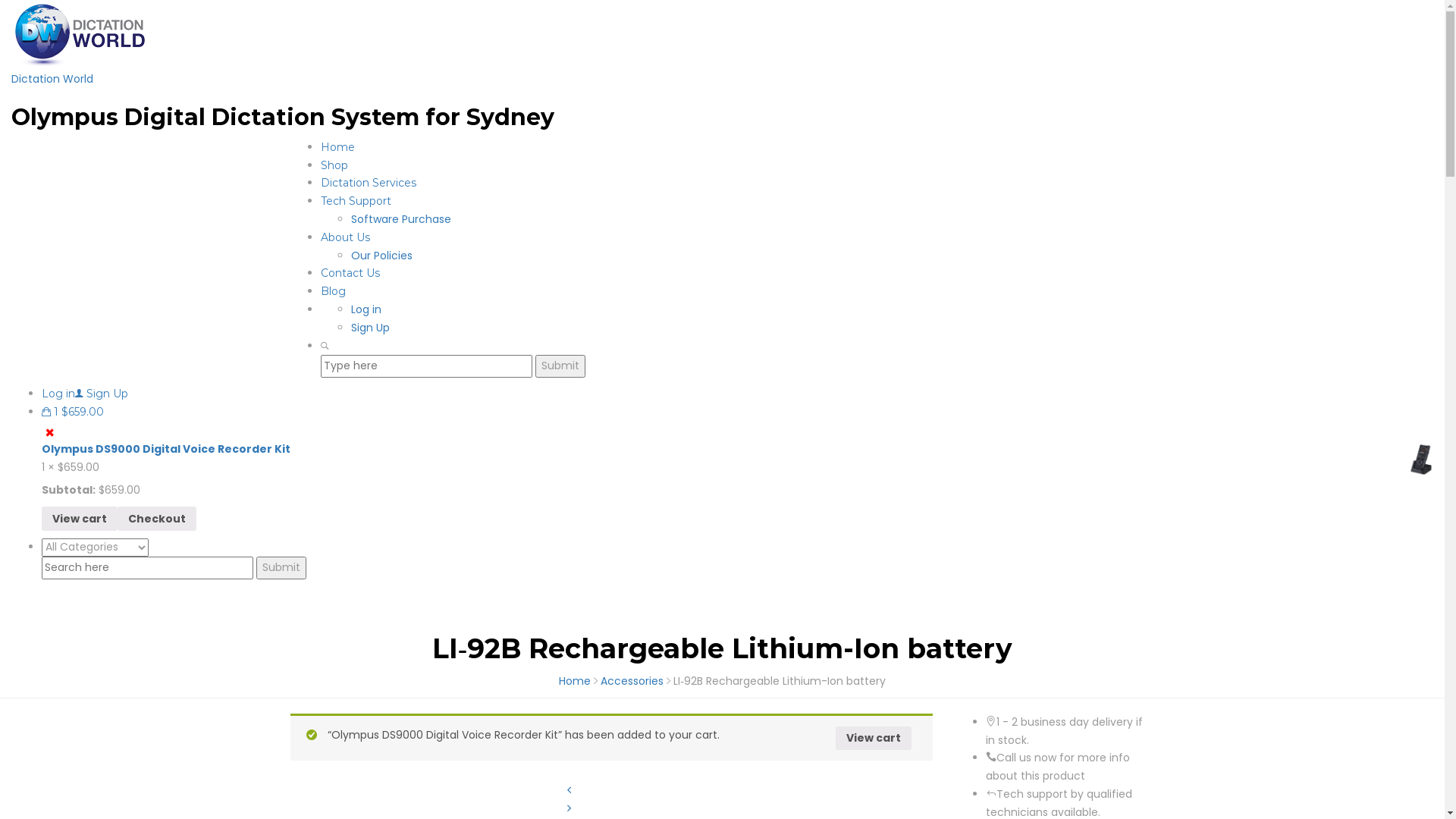 This screenshot has width=1456, height=819. What do you see at coordinates (354, 200) in the screenshot?
I see `'Tech Support'` at bounding box center [354, 200].